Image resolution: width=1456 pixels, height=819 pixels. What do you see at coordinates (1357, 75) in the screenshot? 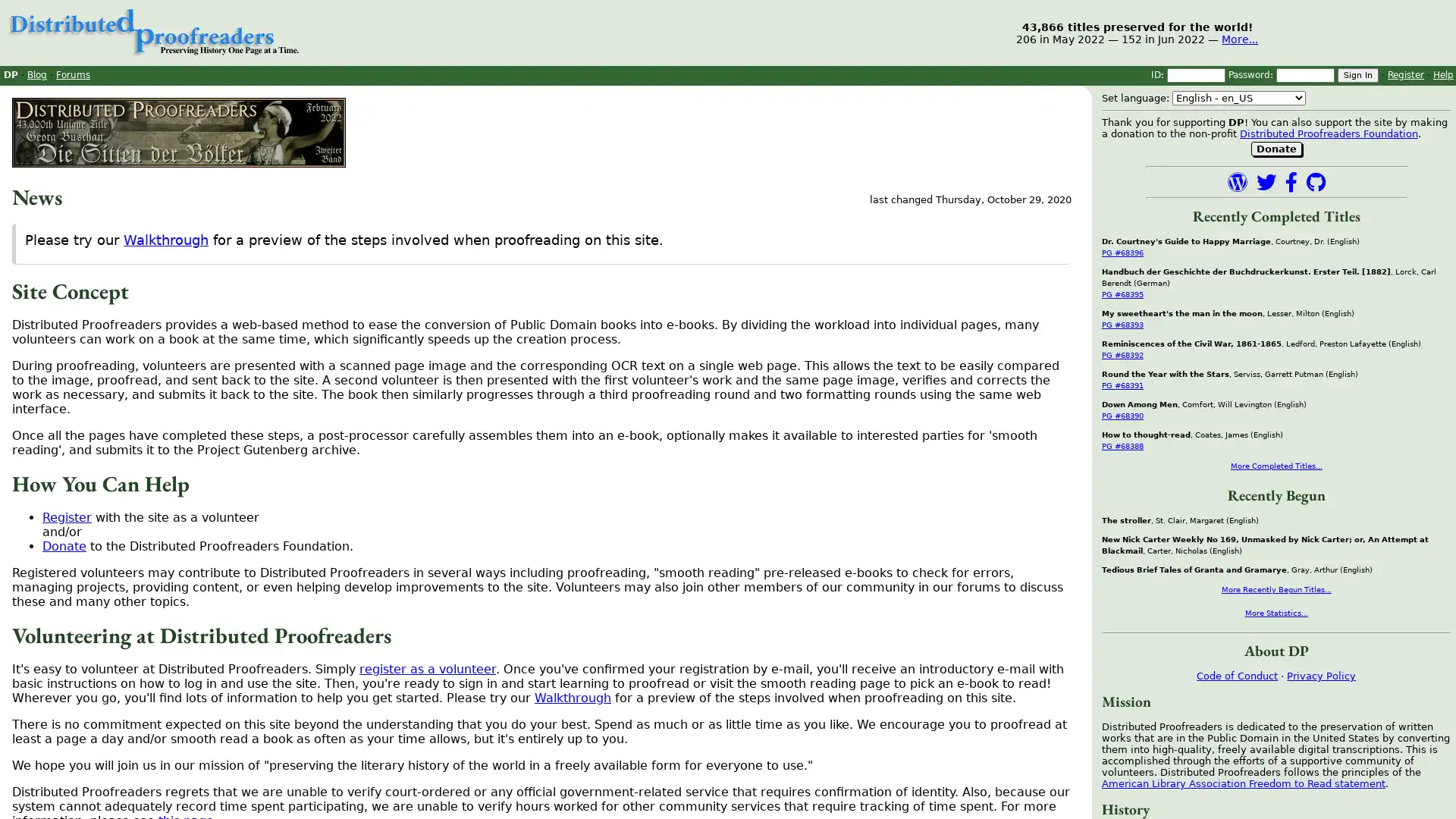
I see `Sign In` at bounding box center [1357, 75].